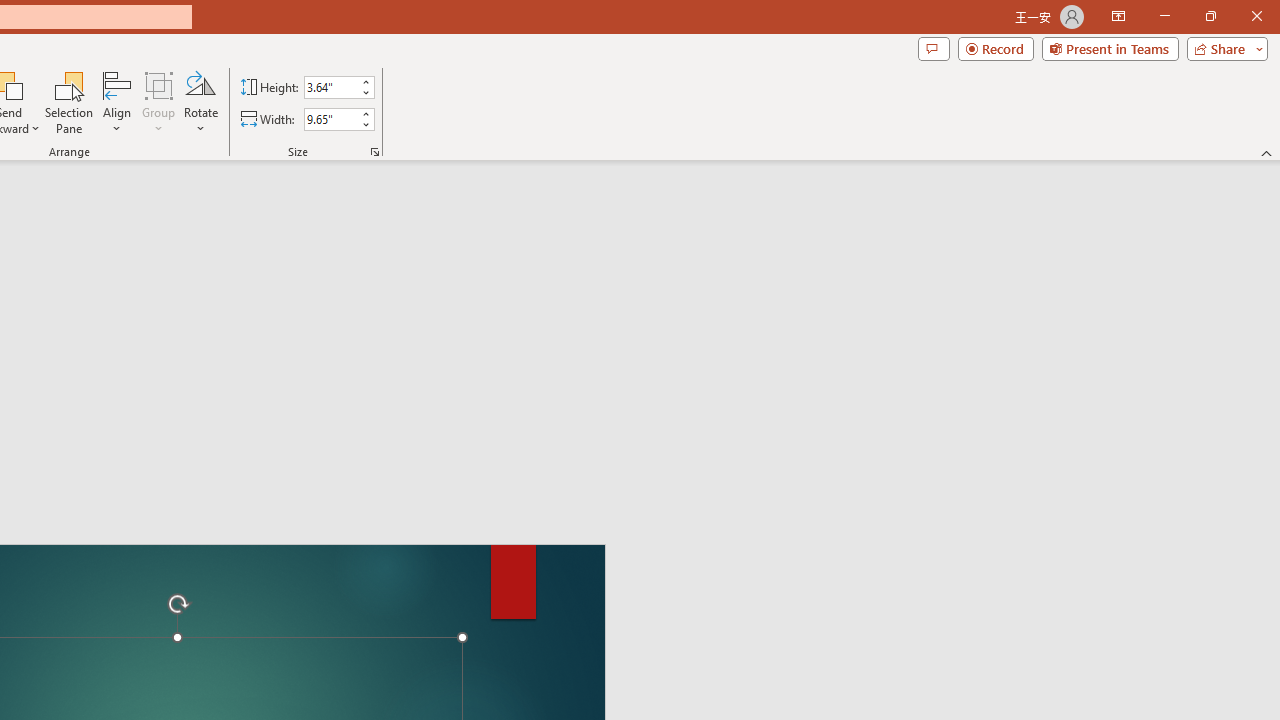 The image size is (1280, 720). Describe the element at coordinates (330, 119) in the screenshot. I see `'Shape Width'` at that location.